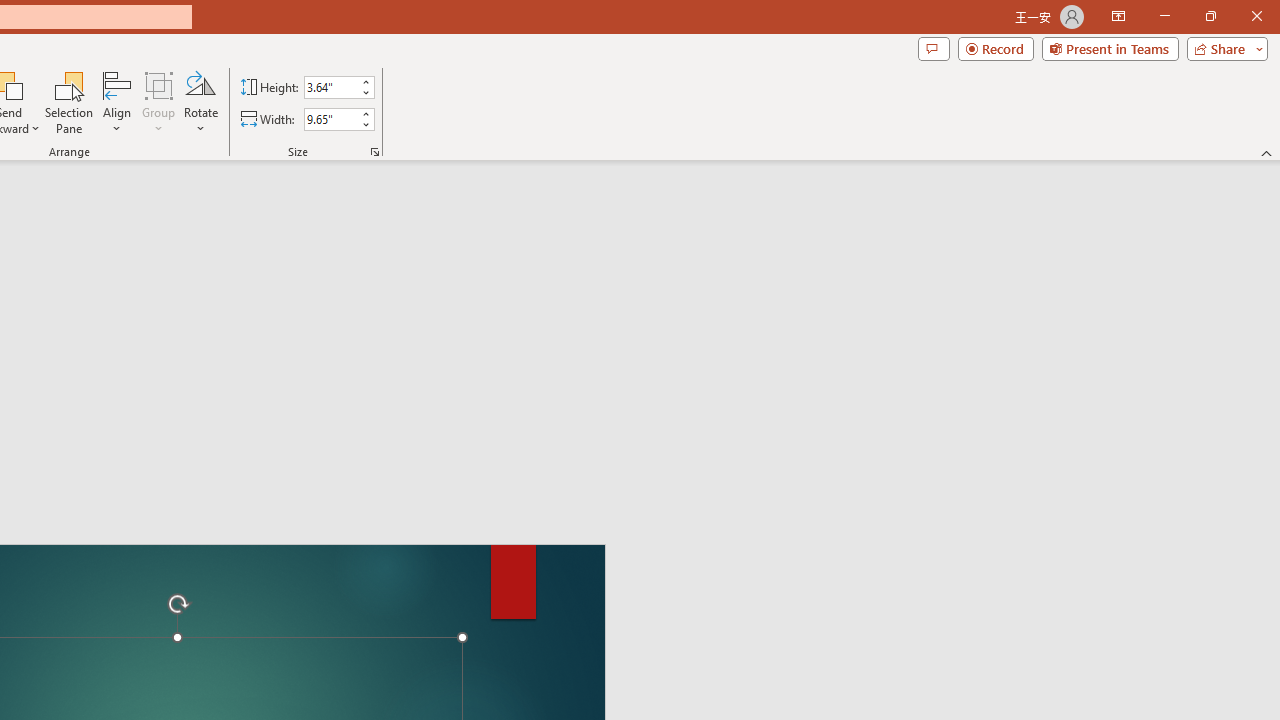 The image size is (1280, 720). Describe the element at coordinates (330, 119) in the screenshot. I see `'Shape Width'` at that location.